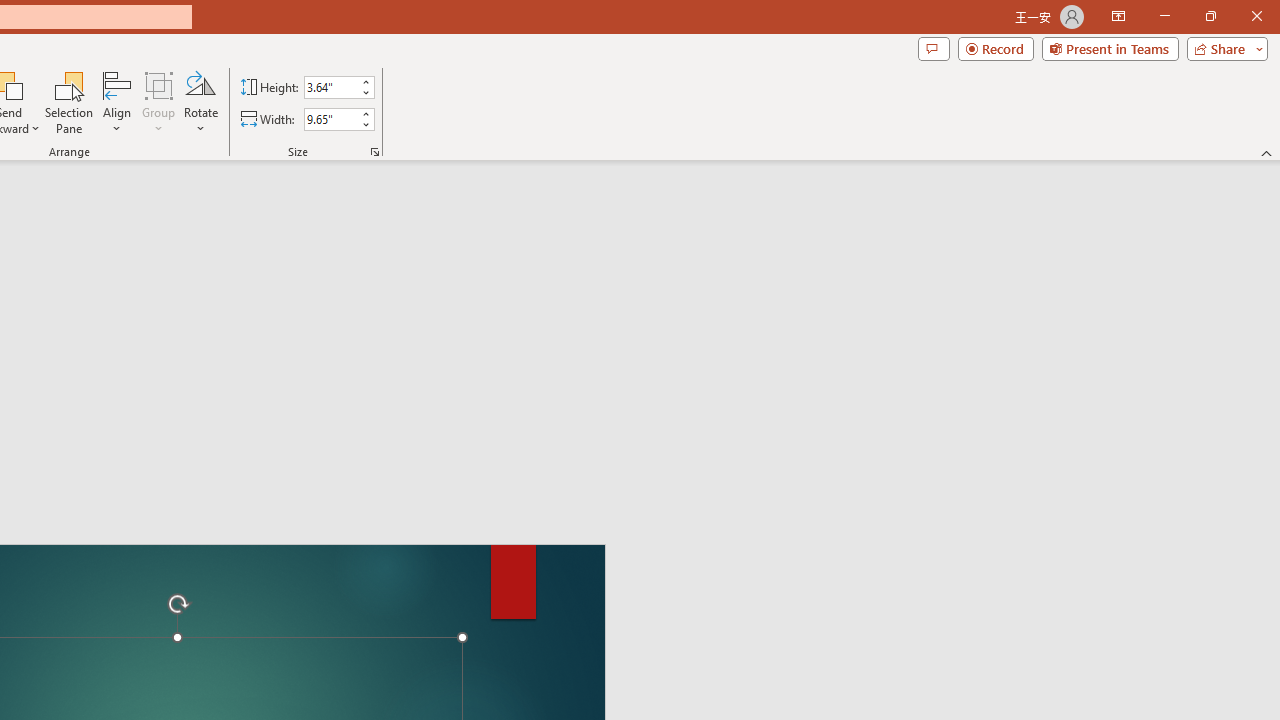 The image size is (1280, 720). Describe the element at coordinates (330, 119) in the screenshot. I see `'Shape Width'` at that location.